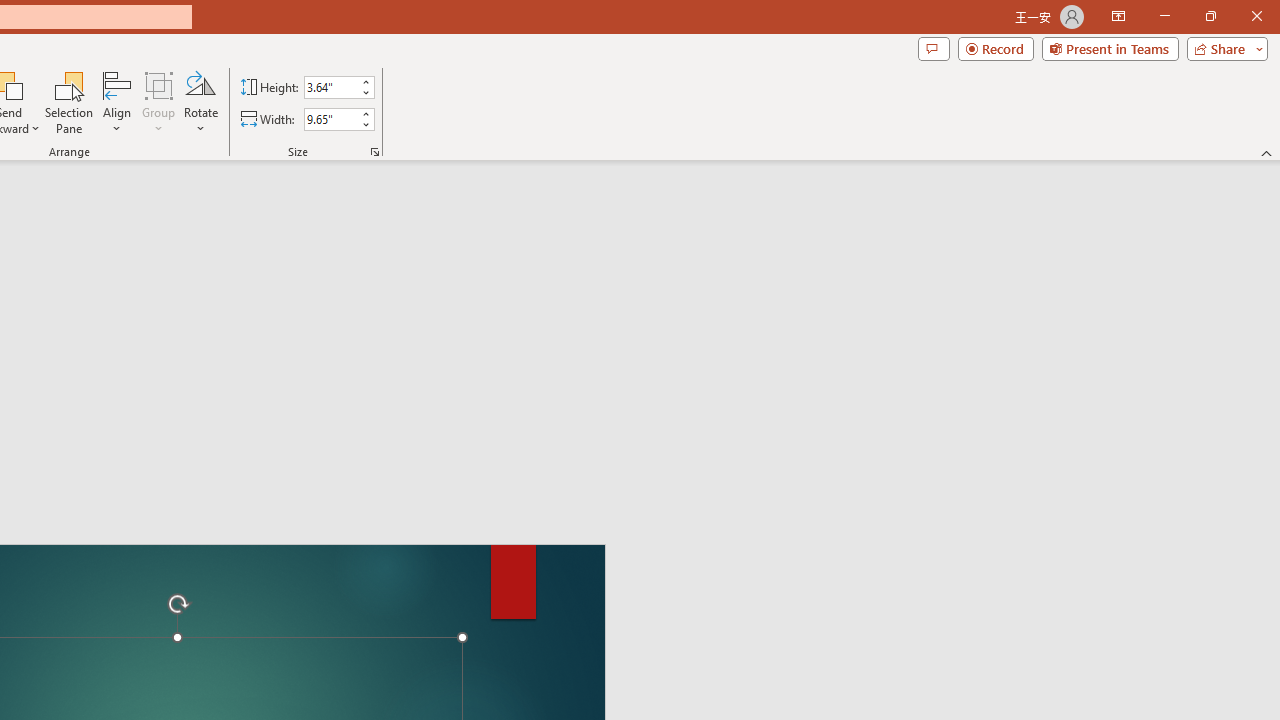 The image size is (1280, 720). Describe the element at coordinates (330, 119) in the screenshot. I see `'Shape Width'` at that location.